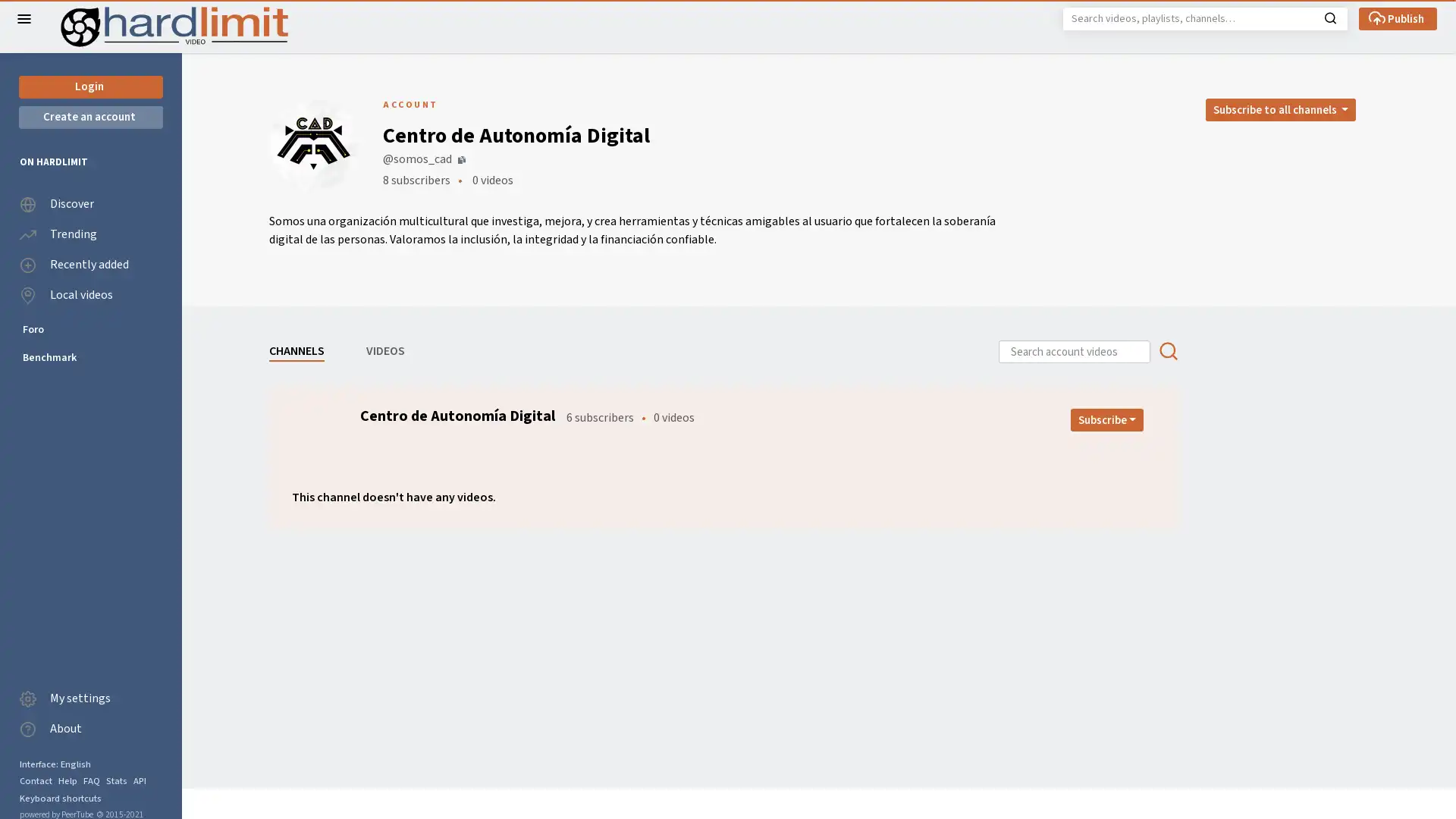 Image resolution: width=1456 pixels, height=819 pixels. Describe the element at coordinates (1106, 420) in the screenshot. I see `Open subscription dropdown` at that location.